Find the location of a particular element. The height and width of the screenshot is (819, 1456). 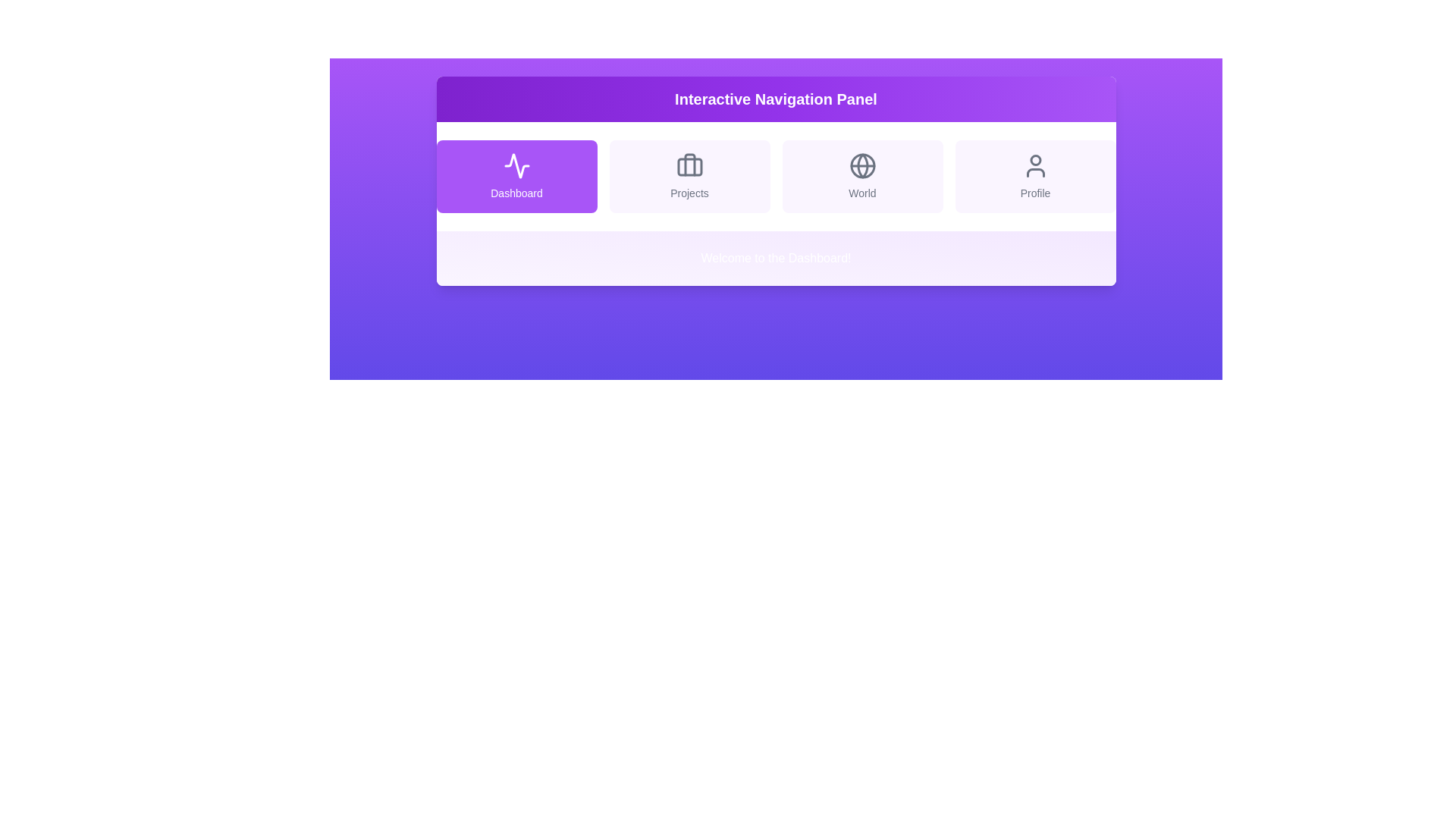

the 'Dashboard' text label, which is styled with a smaller font size and positioned below a graphical icon within a rounded rectangular area with a purple background is located at coordinates (516, 192).